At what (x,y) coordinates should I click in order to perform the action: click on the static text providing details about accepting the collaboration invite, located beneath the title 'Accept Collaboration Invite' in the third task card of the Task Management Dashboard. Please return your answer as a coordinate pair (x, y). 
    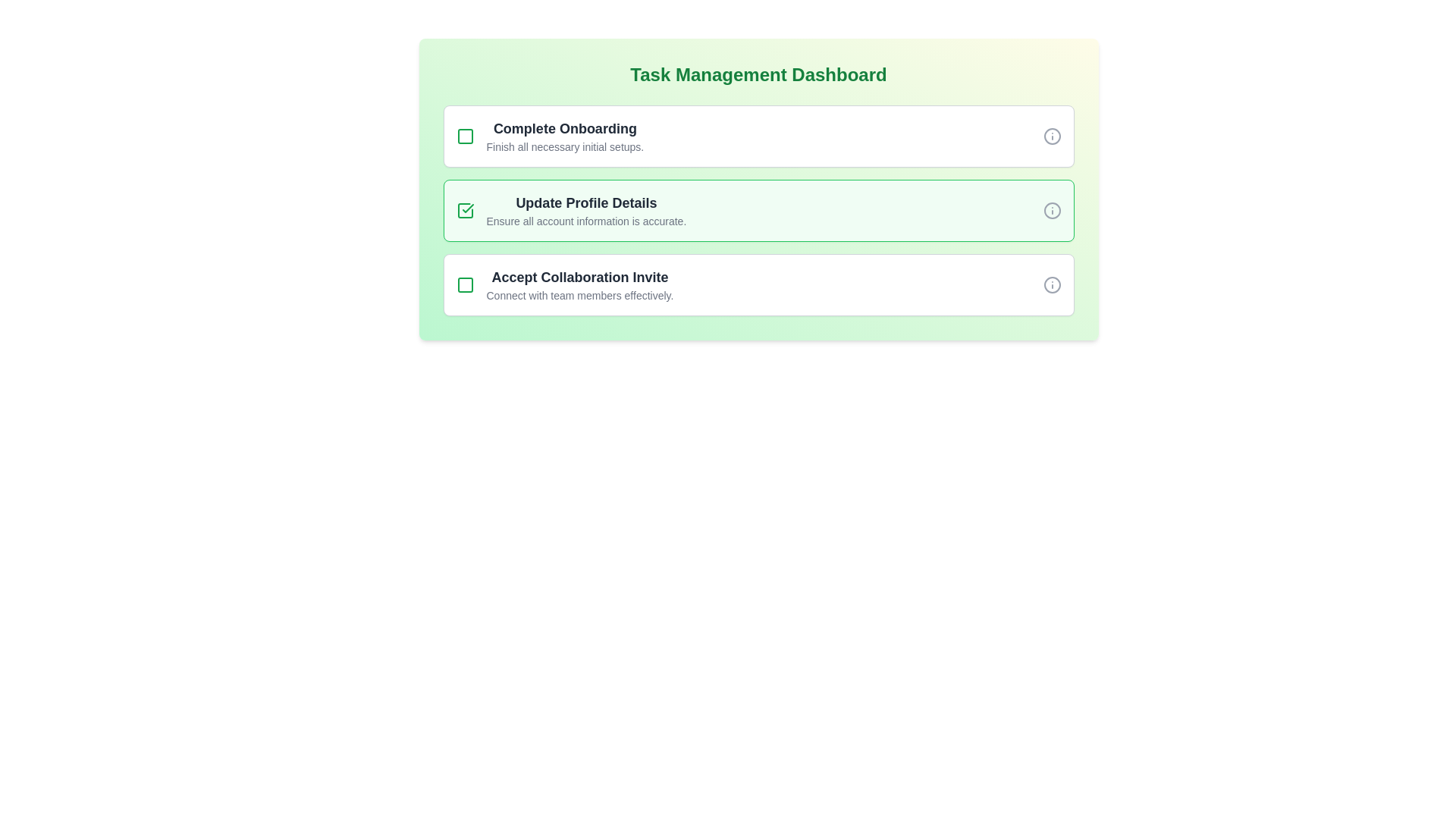
    Looking at the image, I should click on (579, 295).